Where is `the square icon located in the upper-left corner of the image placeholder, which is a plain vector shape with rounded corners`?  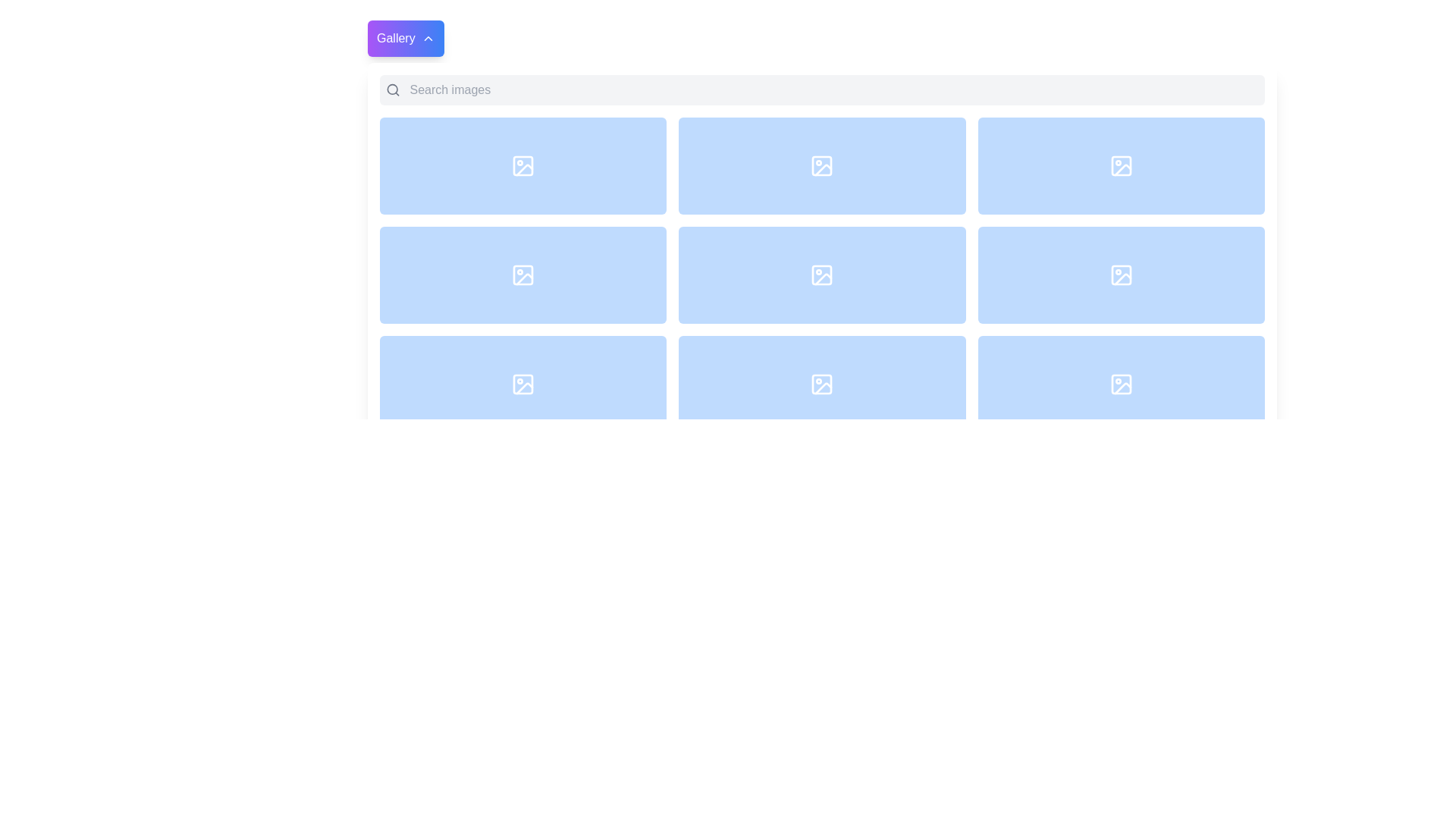
the square icon located in the upper-left corner of the image placeholder, which is a plain vector shape with rounded corners is located at coordinates (523, 166).